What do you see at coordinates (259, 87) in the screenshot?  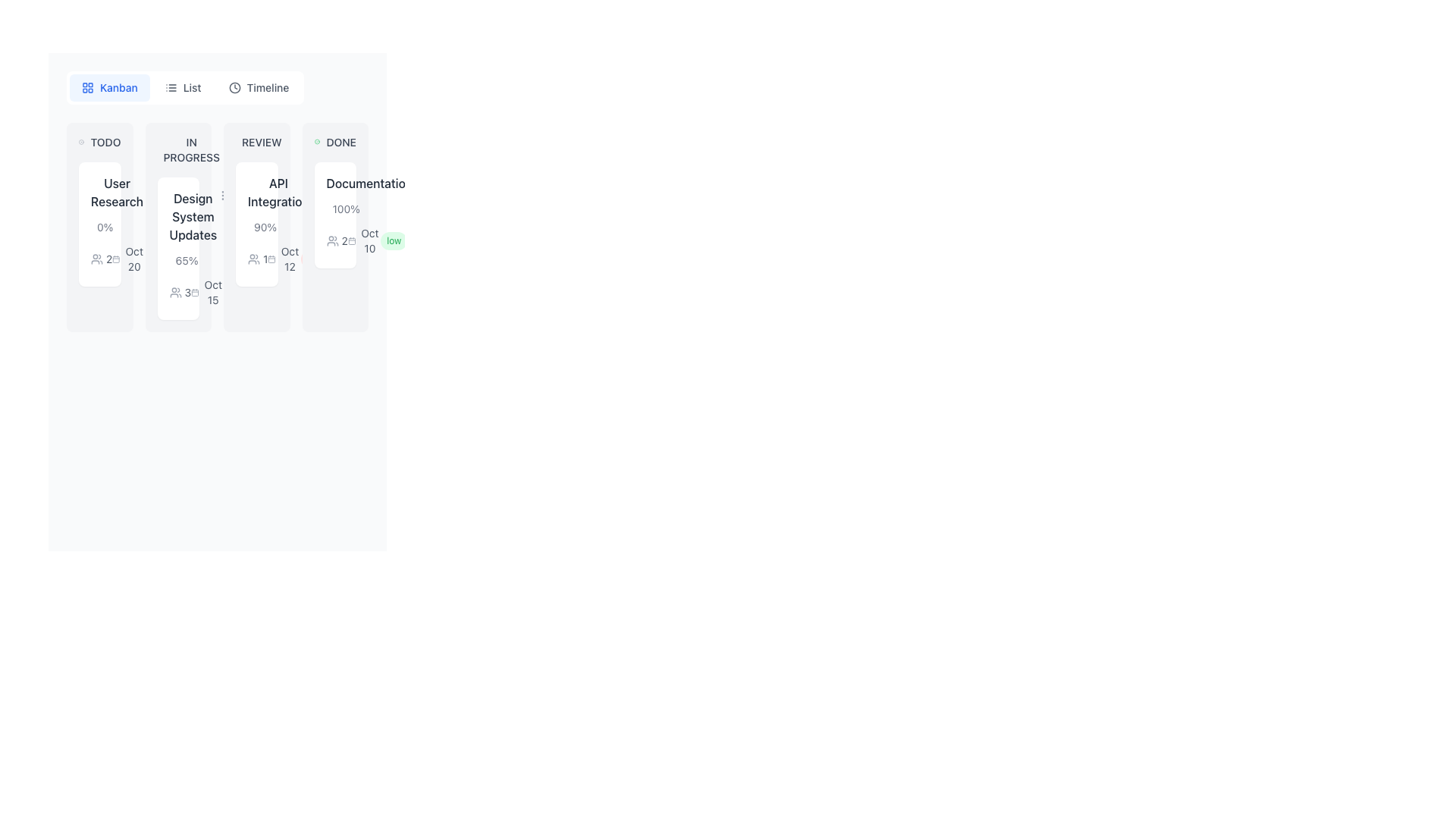 I see `the 'Timeline' button, which is the rightmost button in a group of three` at bounding box center [259, 87].